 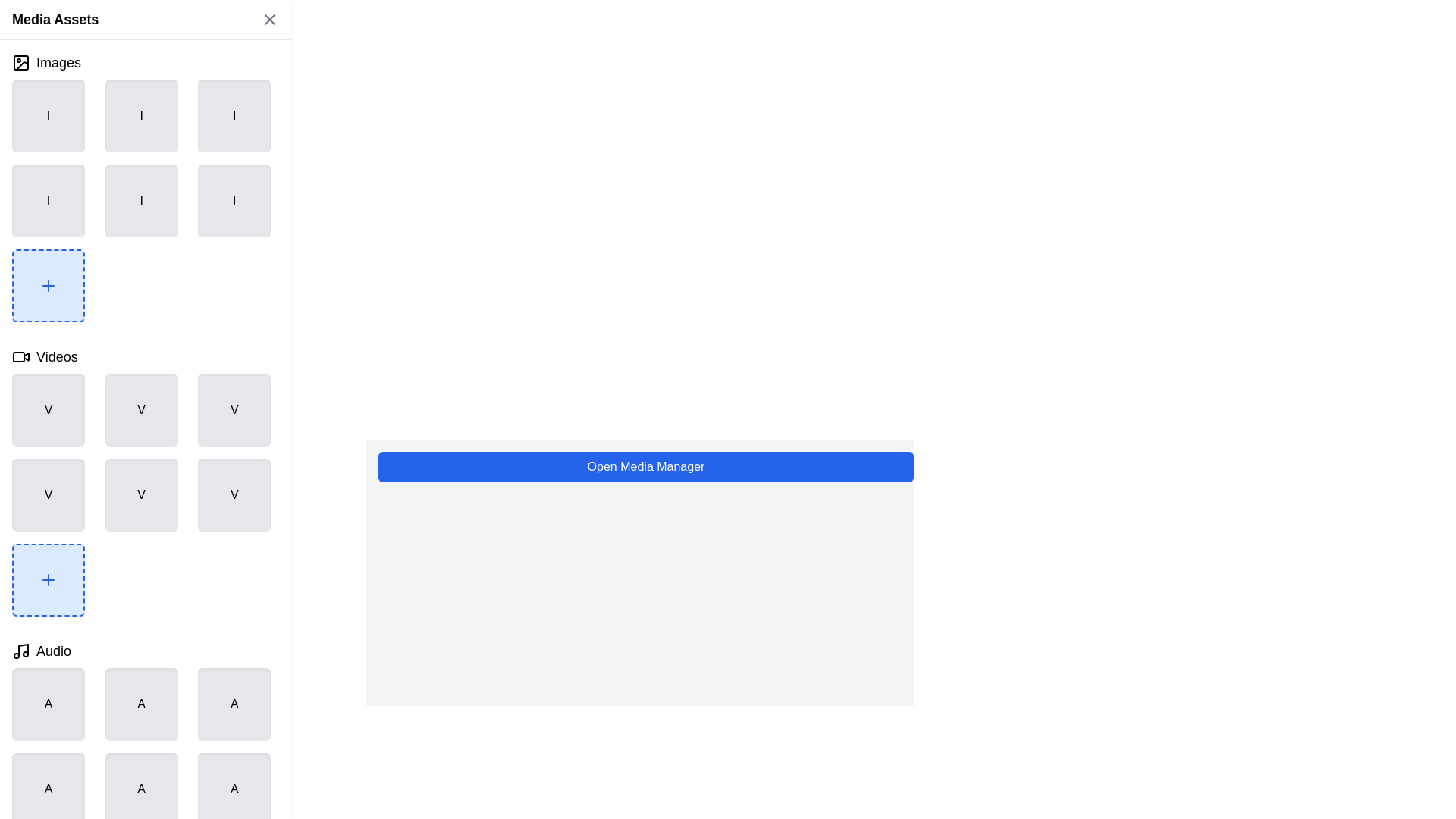 I want to click on the 'Audio' button, which features a music note icon and is located under the 'Media Assets' panel, directly beneath the 'Videos' subsection, so click(x=42, y=651).